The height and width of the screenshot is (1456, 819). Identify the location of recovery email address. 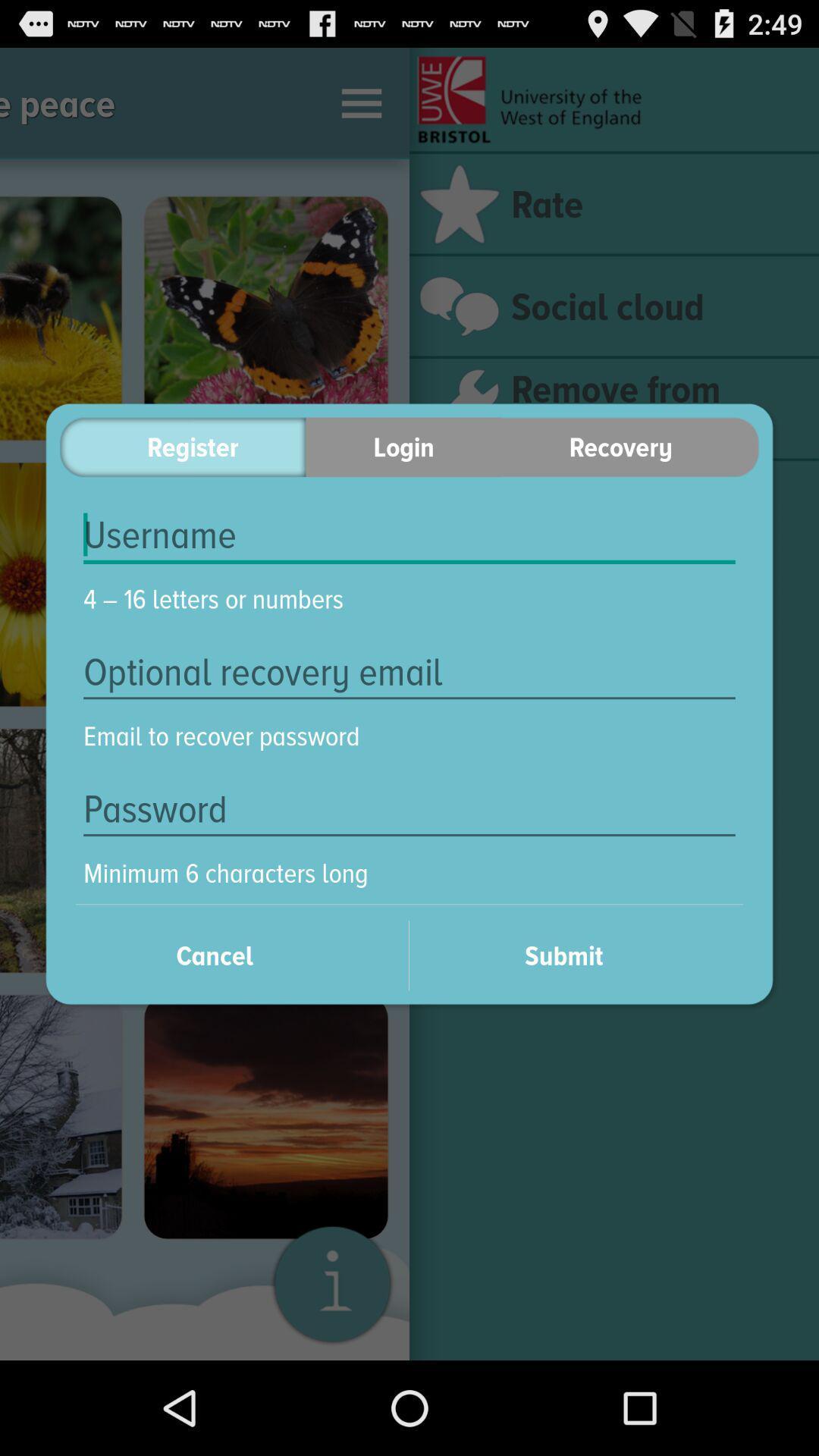
(409, 671).